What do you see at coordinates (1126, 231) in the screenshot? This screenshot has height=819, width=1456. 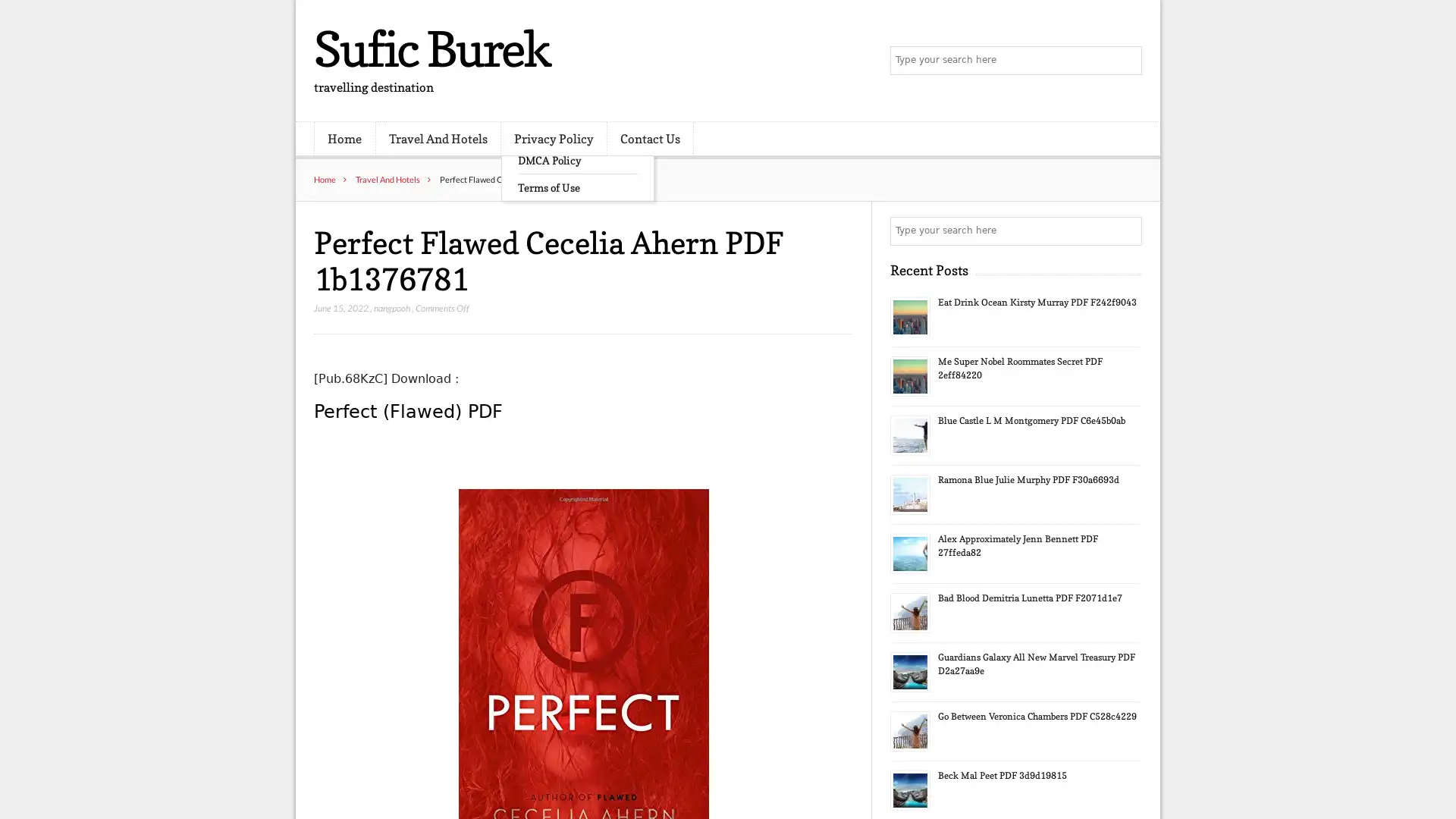 I see `Search` at bounding box center [1126, 231].